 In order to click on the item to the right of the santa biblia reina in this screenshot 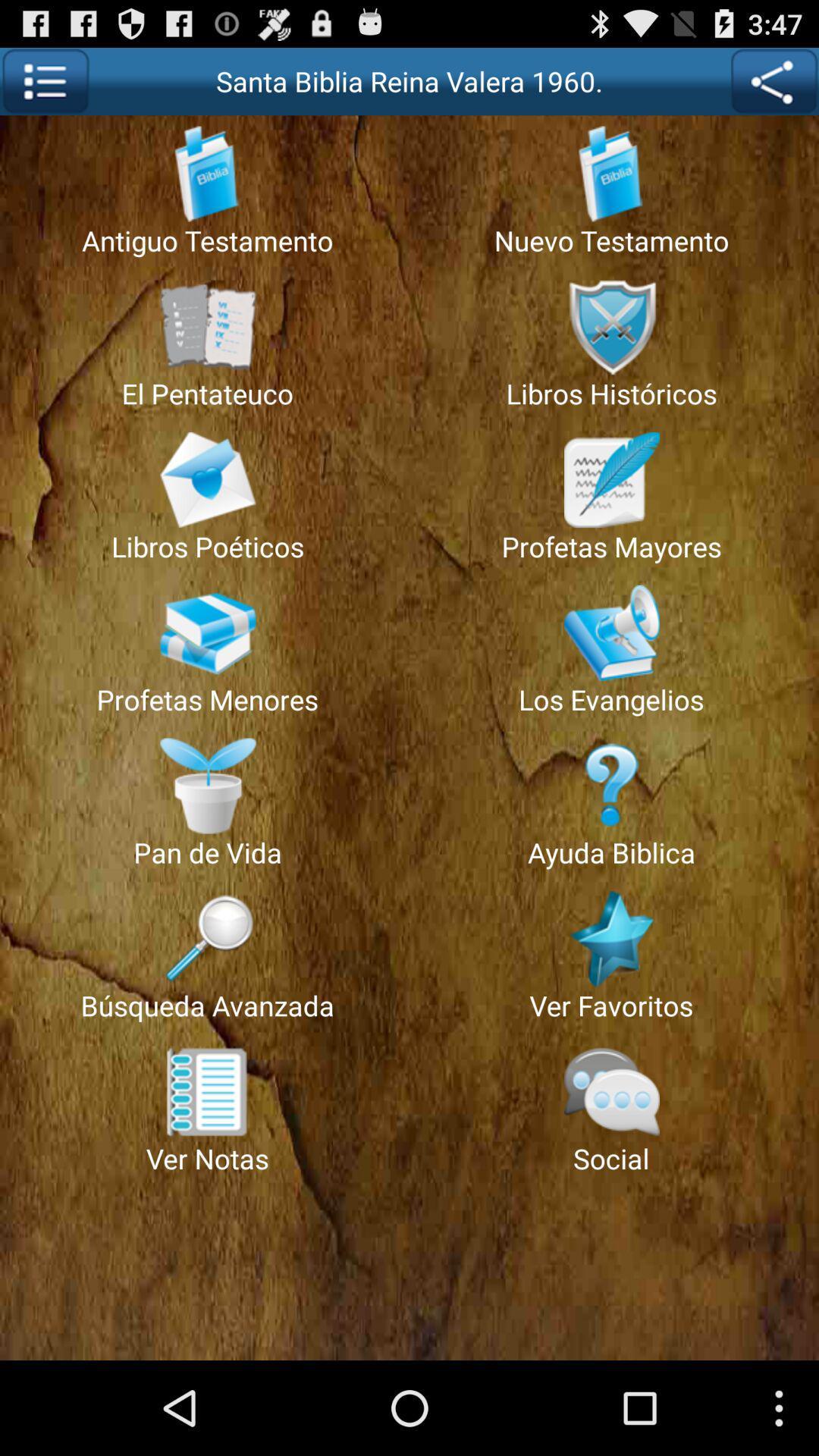, I will do `click(773, 80)`.